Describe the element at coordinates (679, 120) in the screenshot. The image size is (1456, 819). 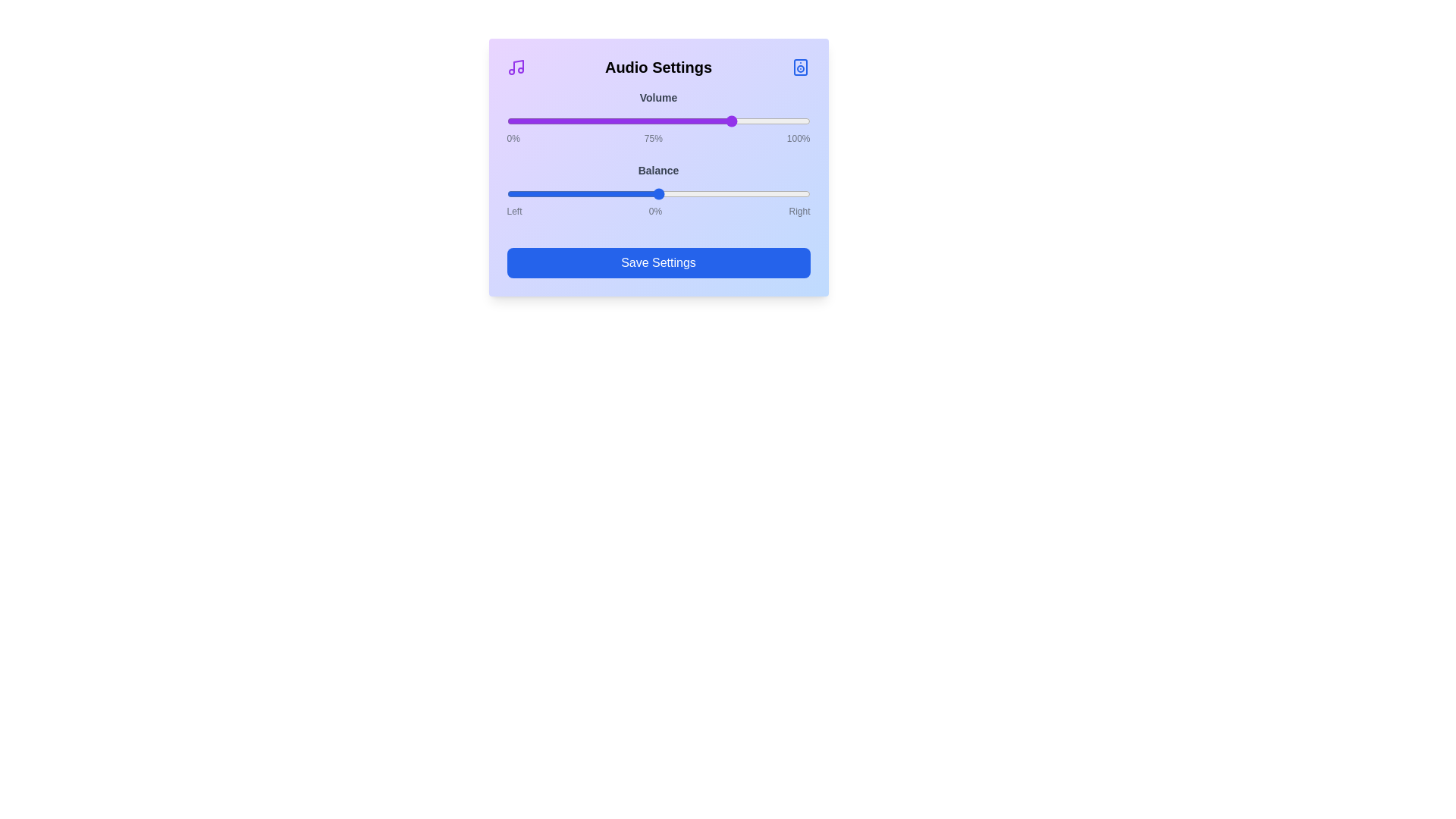
I see `the volume slider to 57%` at that location.